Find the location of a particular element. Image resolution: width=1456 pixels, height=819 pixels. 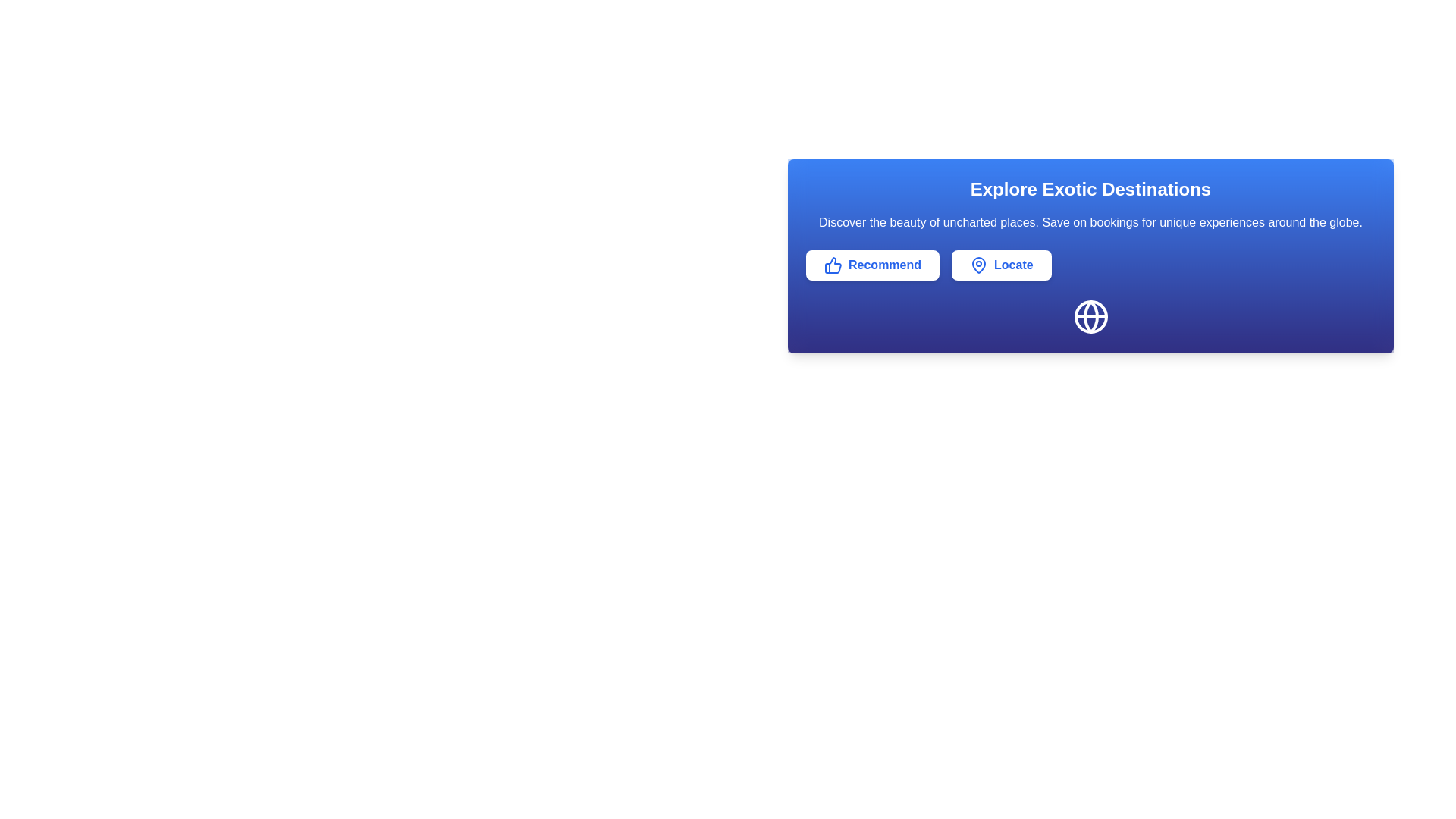

the 'Locate' button, which is the second button in a row of two buttons, featuring a bold blue font and a map-pin icon is located at coordinates (1001, 265).